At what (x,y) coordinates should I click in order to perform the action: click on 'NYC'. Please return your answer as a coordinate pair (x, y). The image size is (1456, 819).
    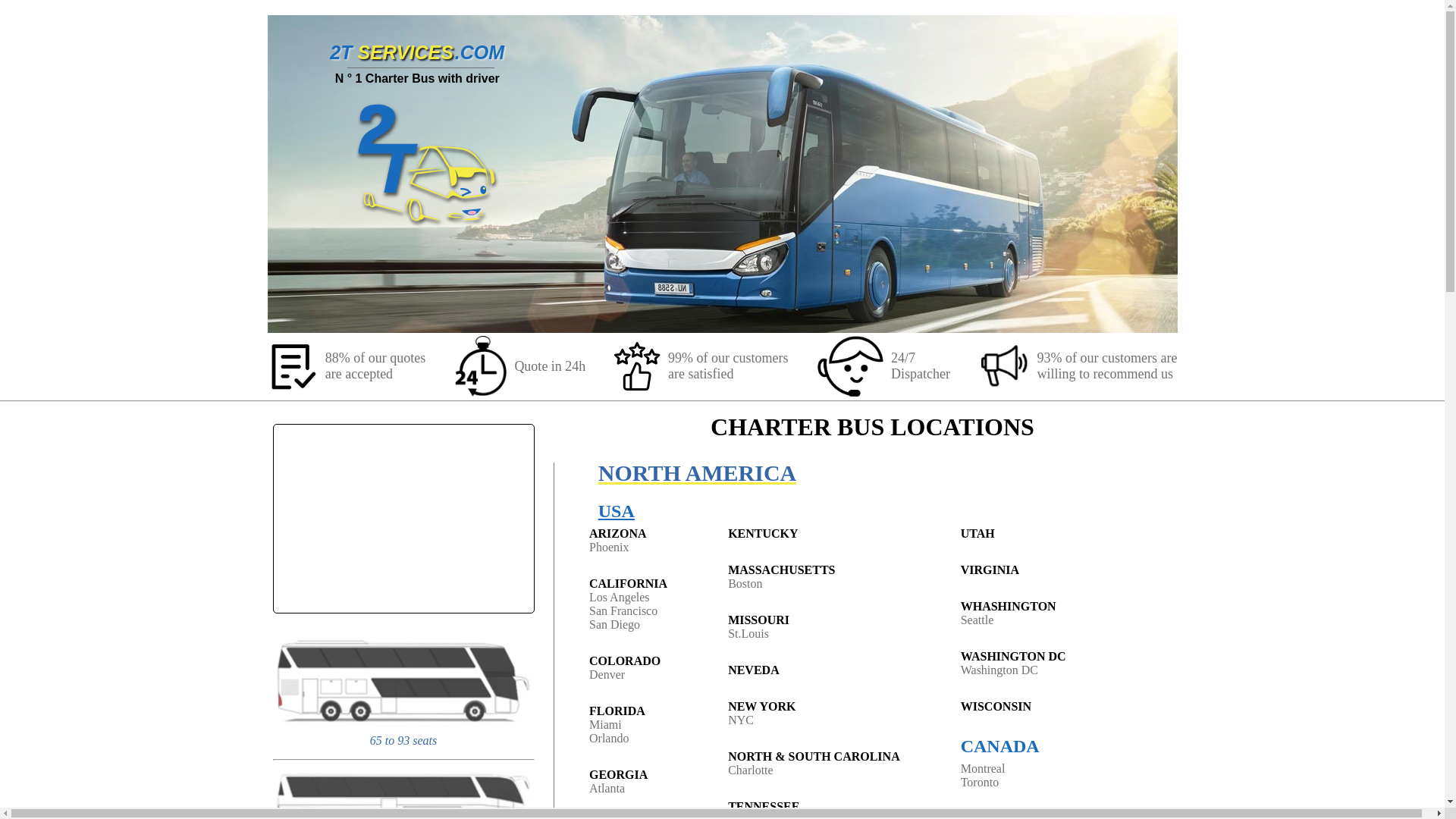
    Looking at the image, I should click on (741, 719).